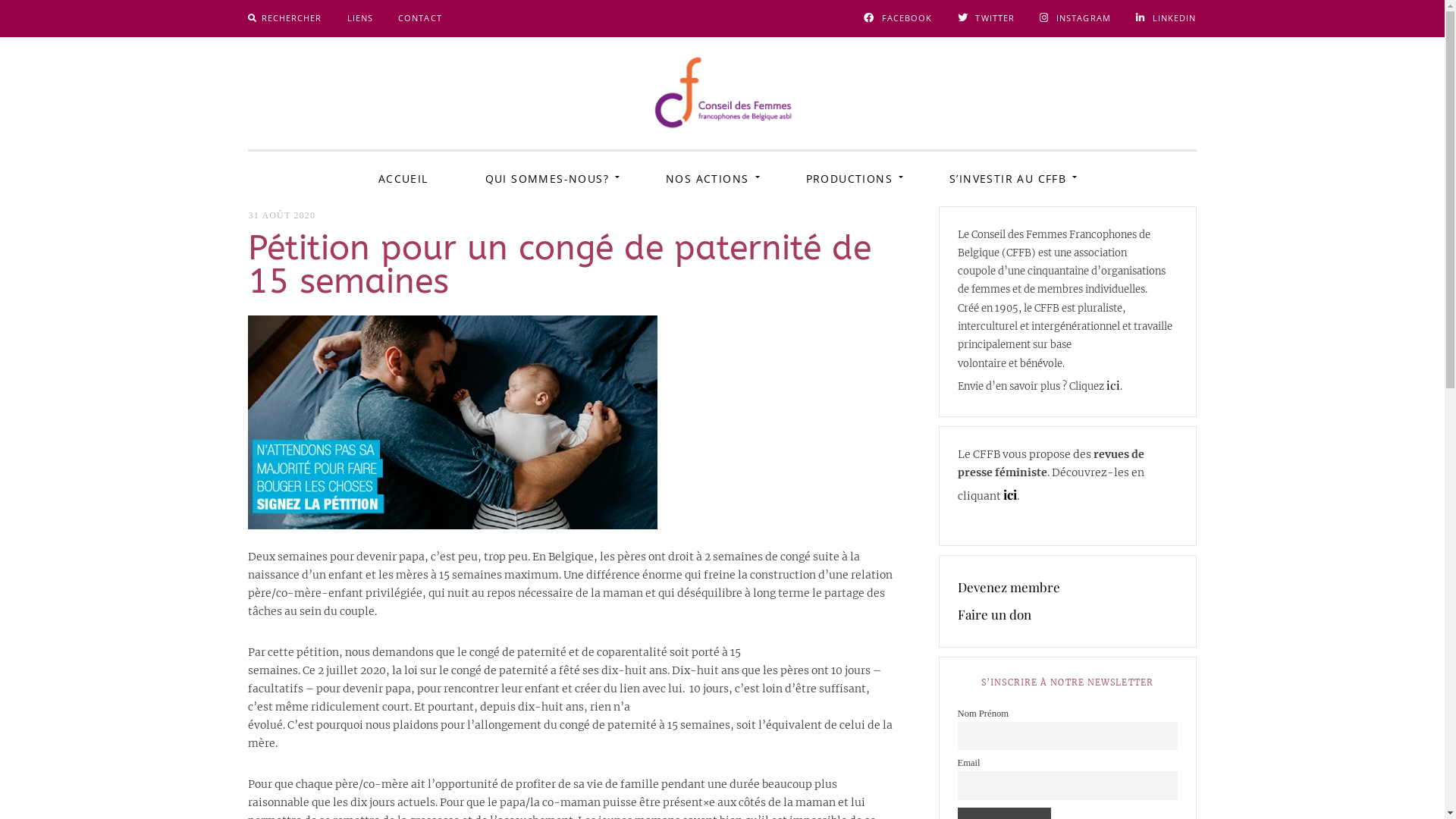 The height and width of the screenshot is (819, 1456). Describe the element at coordinates (1165, 18) in the screenshot. I see `'LINKEDIN'` at that location.